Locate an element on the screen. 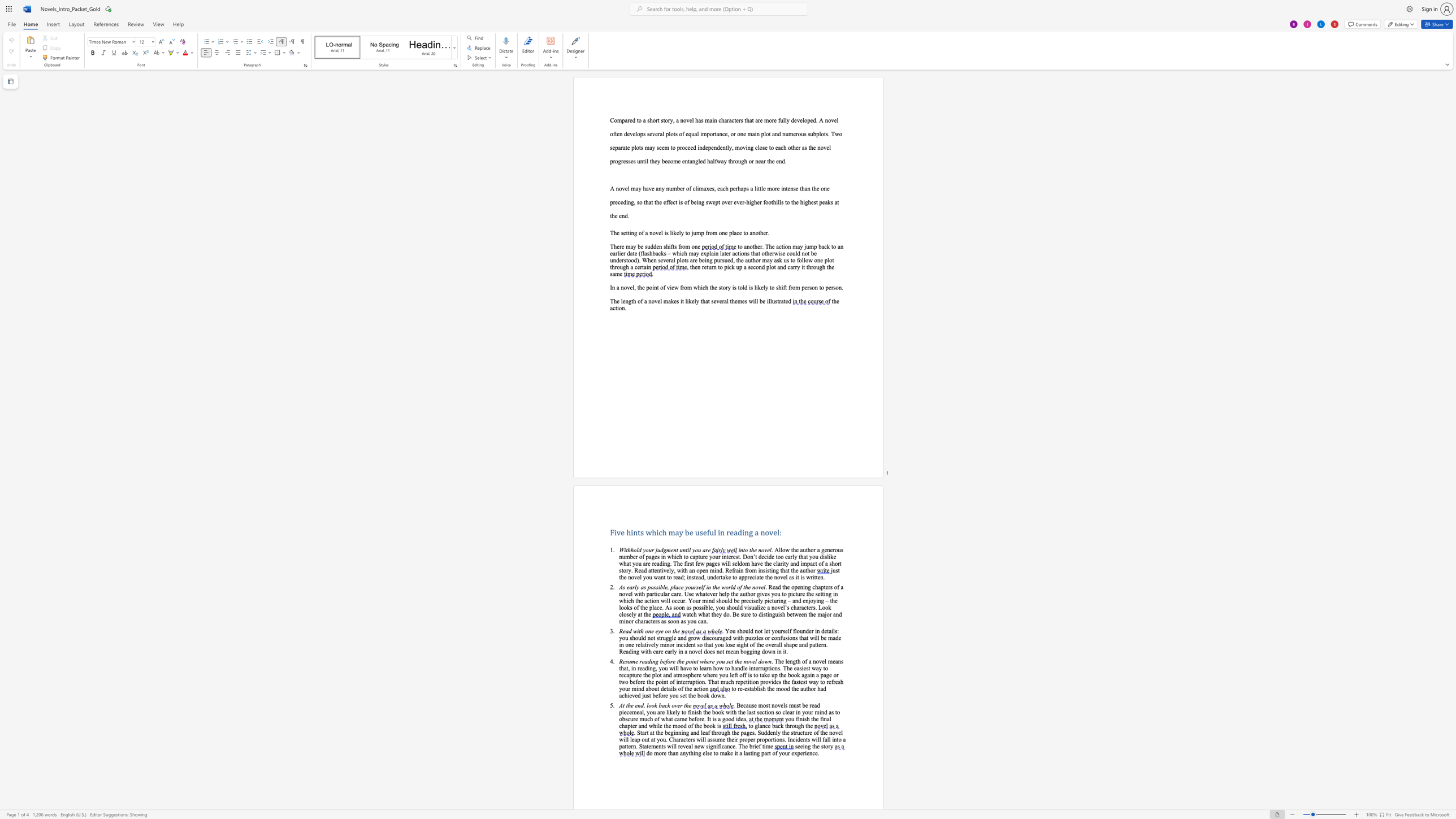  the 2th character "i" in the text is located at coordinates (665, 644).